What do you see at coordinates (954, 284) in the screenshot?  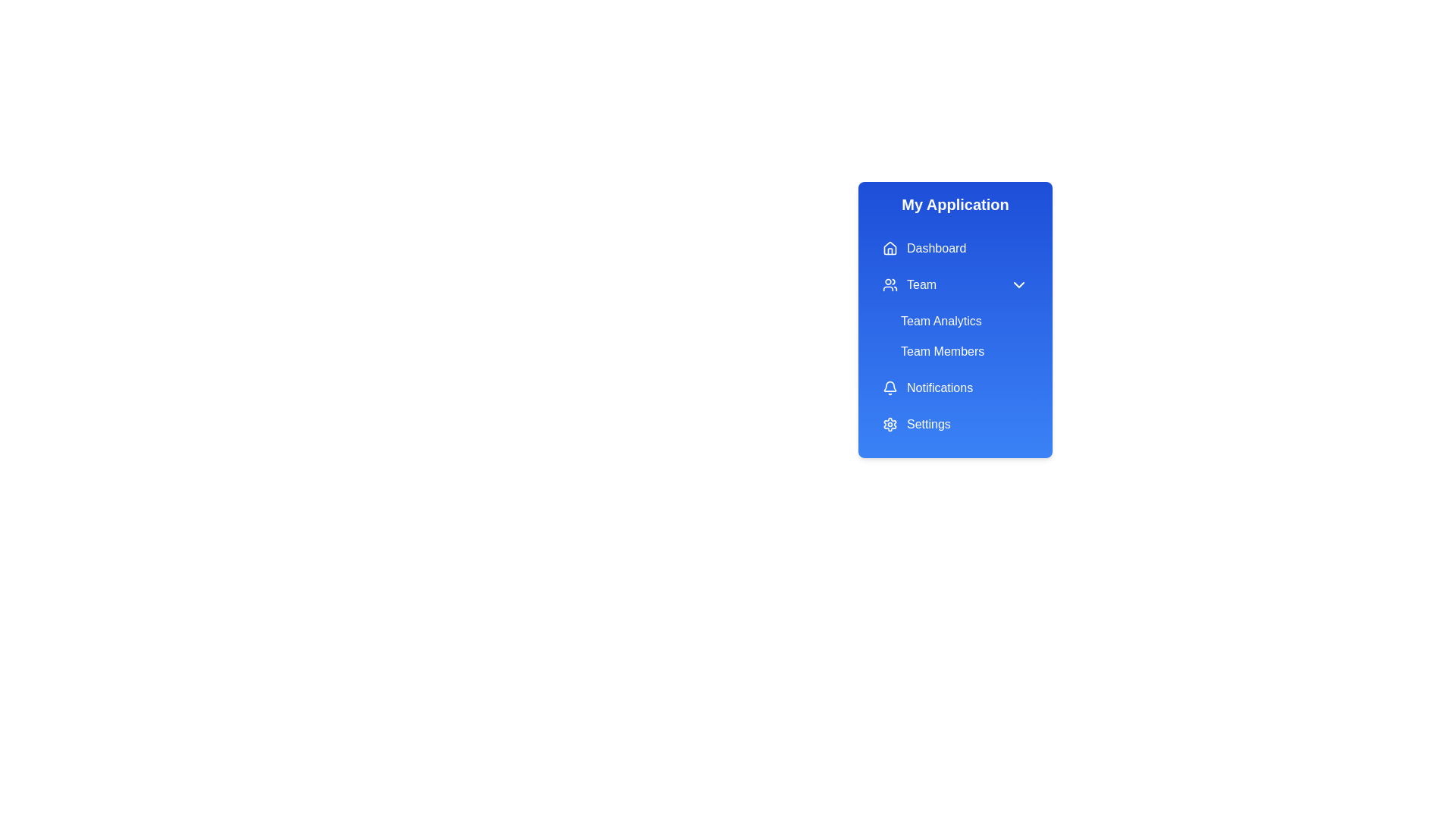 I see `the interactive dropdown menu item for the 'Team' section in the navigation menu` at bounding box center [954, 284].